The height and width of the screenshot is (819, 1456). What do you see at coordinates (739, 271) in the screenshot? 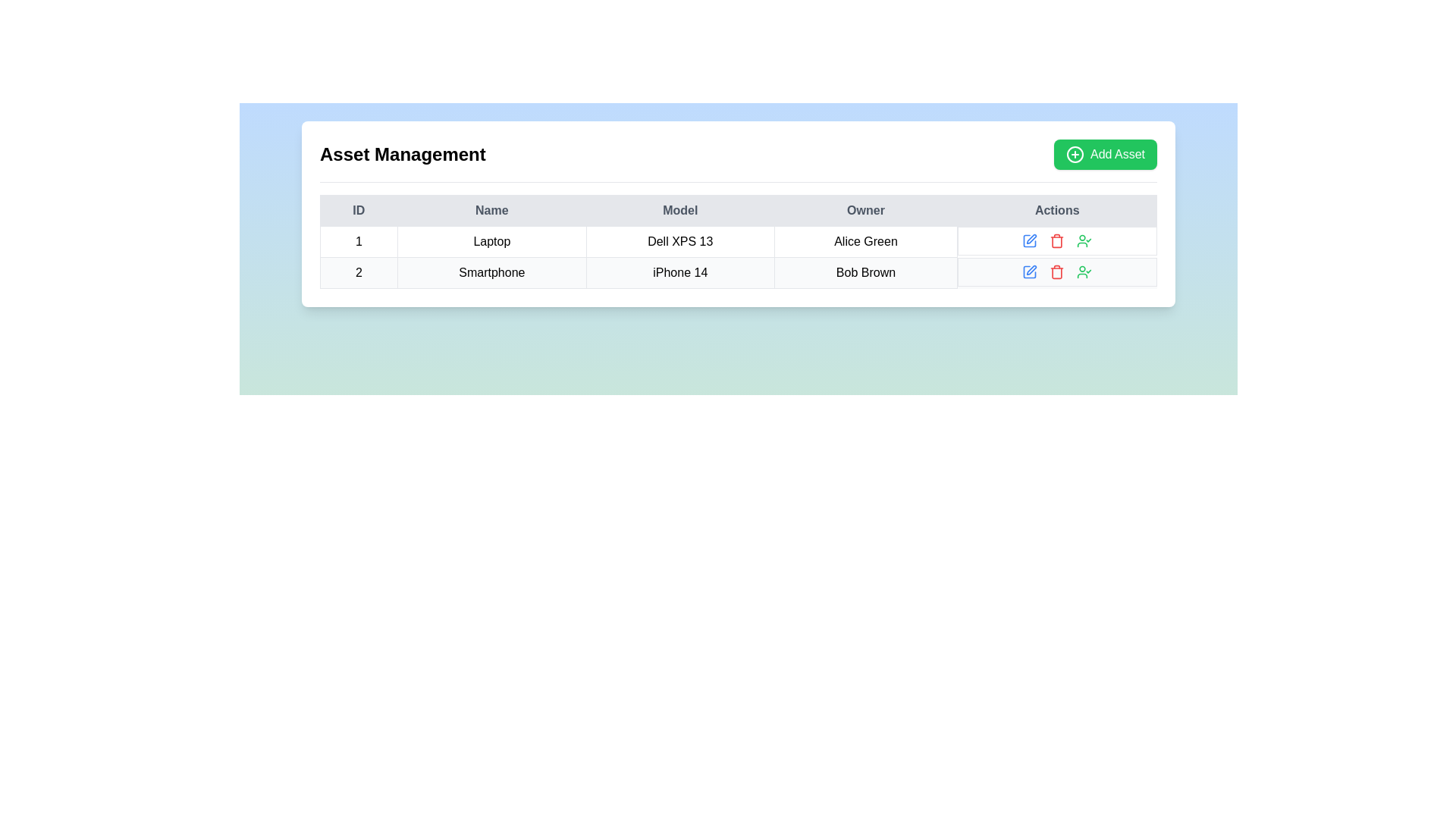
I see `the second row of the asset management table, which contains the fields '2', 'Smartphone', 'iPhone 14', and 'Bob Brown', to view its details` at bounding box center [739, 271].